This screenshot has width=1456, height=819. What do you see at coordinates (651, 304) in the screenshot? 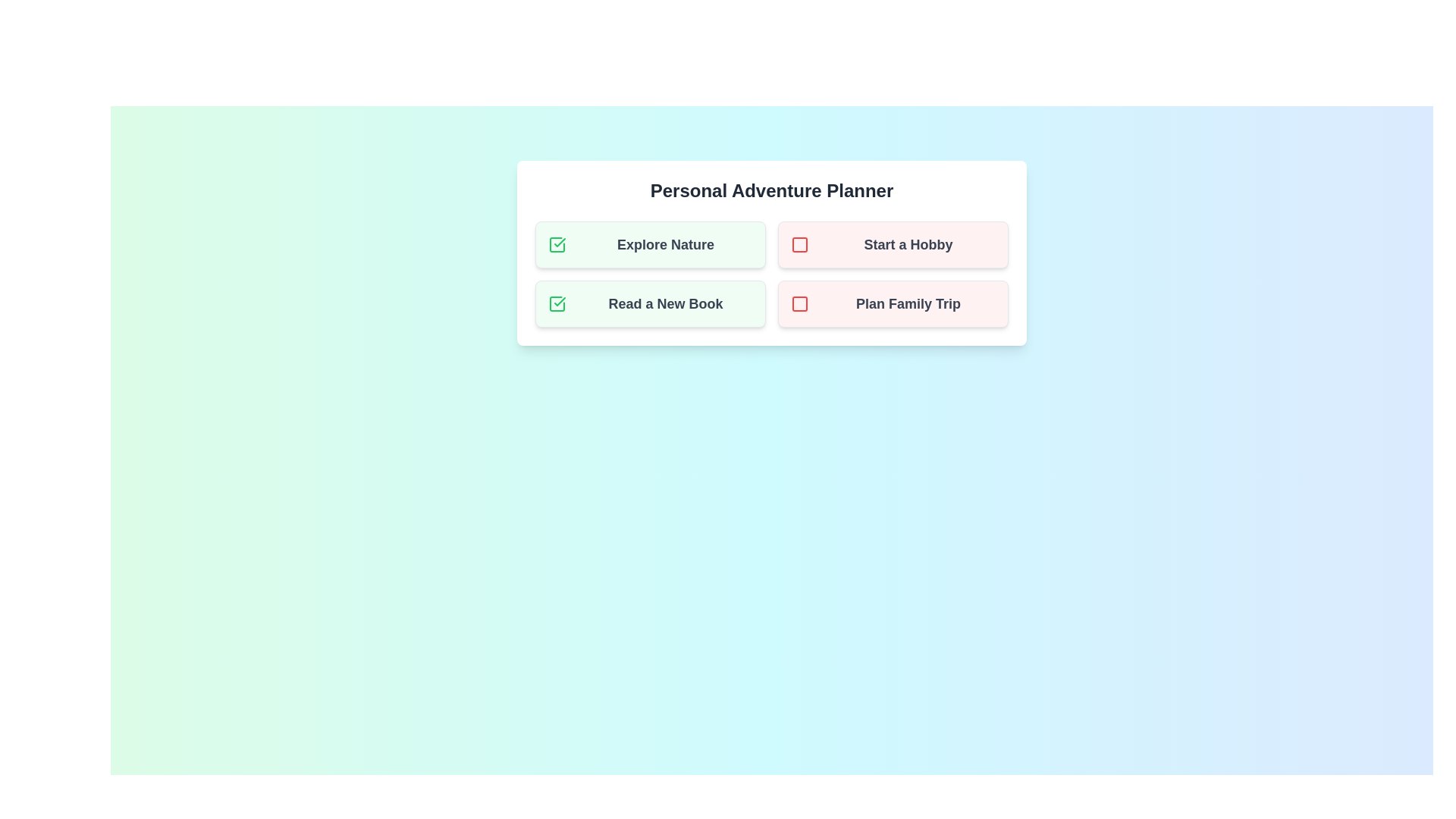
I see `the task Read a New Book to observe any hover effects` at bounding box center [651, 304].